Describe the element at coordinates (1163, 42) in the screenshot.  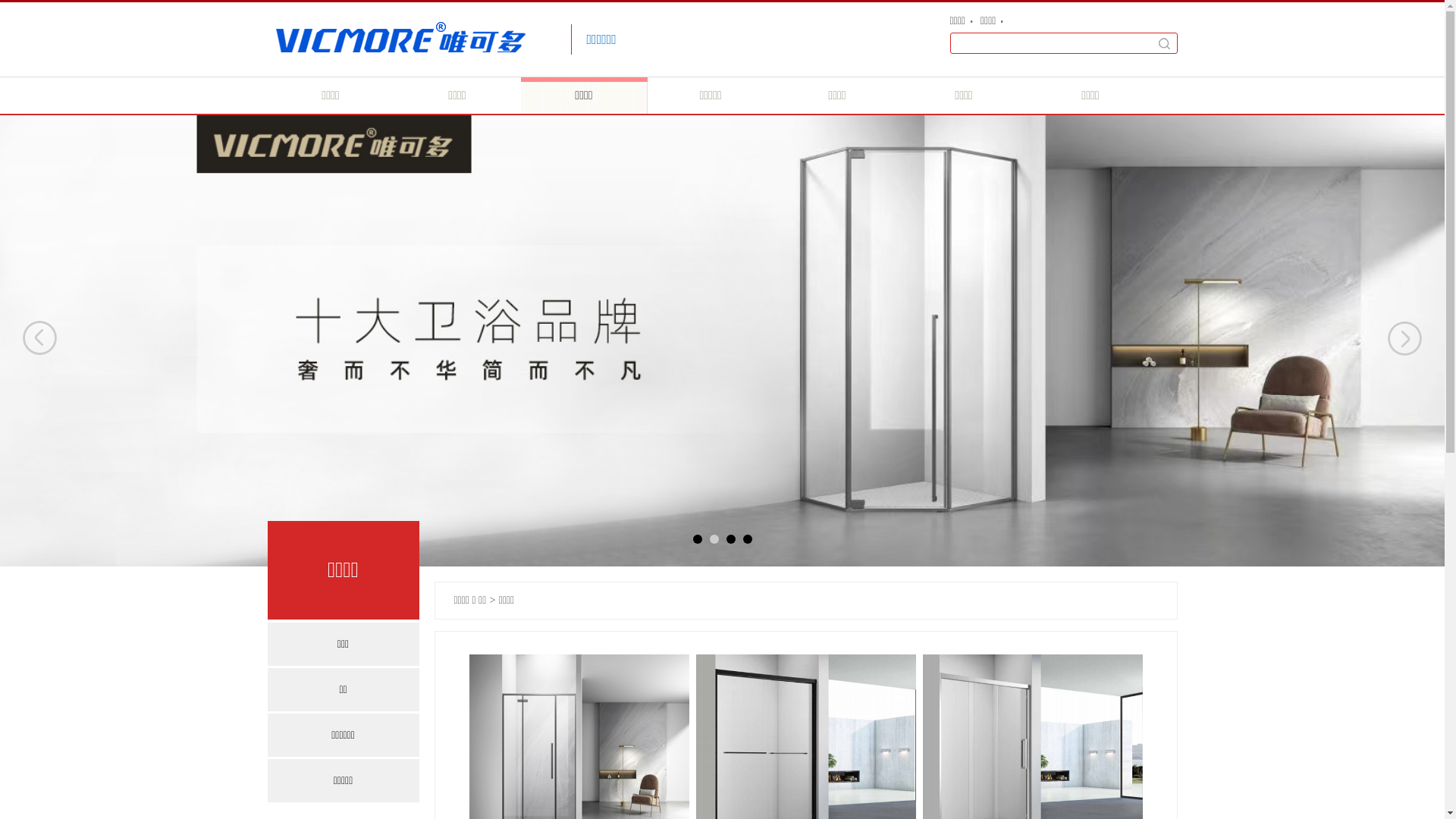
I see `' '` at that location.